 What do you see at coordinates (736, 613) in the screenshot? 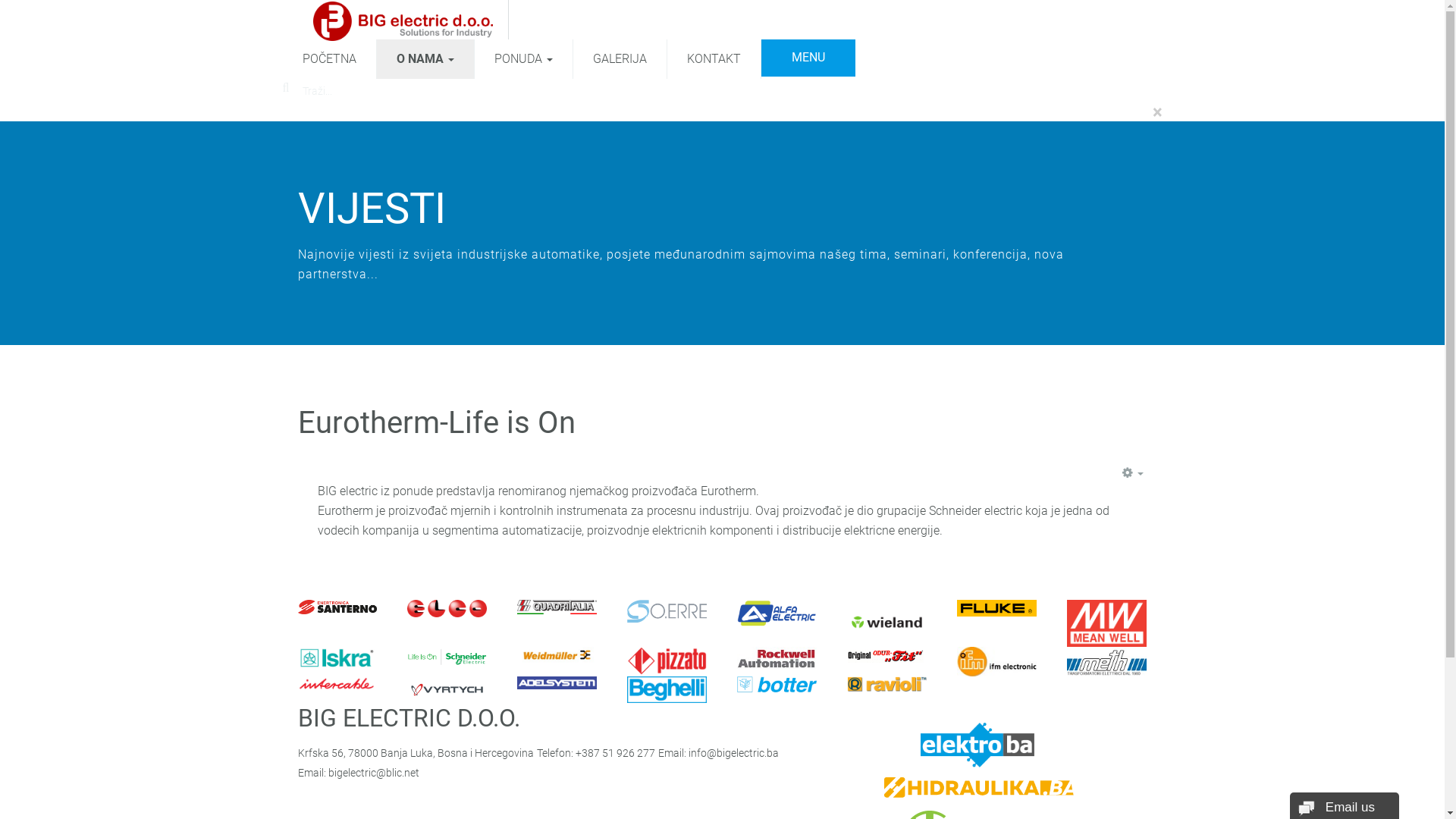
I see `'Alfa Electric'` at bounding box center [736, 613].